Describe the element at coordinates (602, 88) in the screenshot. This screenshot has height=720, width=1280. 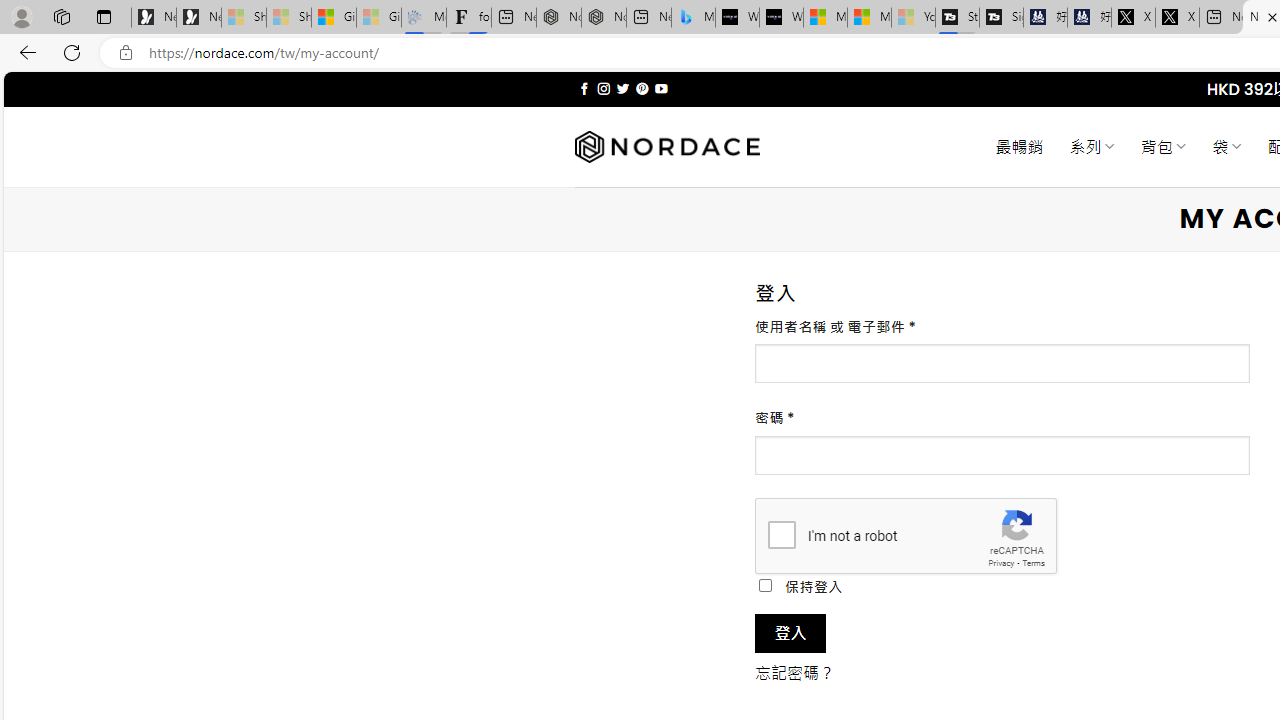
I see `'Follow on Instagram'` at that location.